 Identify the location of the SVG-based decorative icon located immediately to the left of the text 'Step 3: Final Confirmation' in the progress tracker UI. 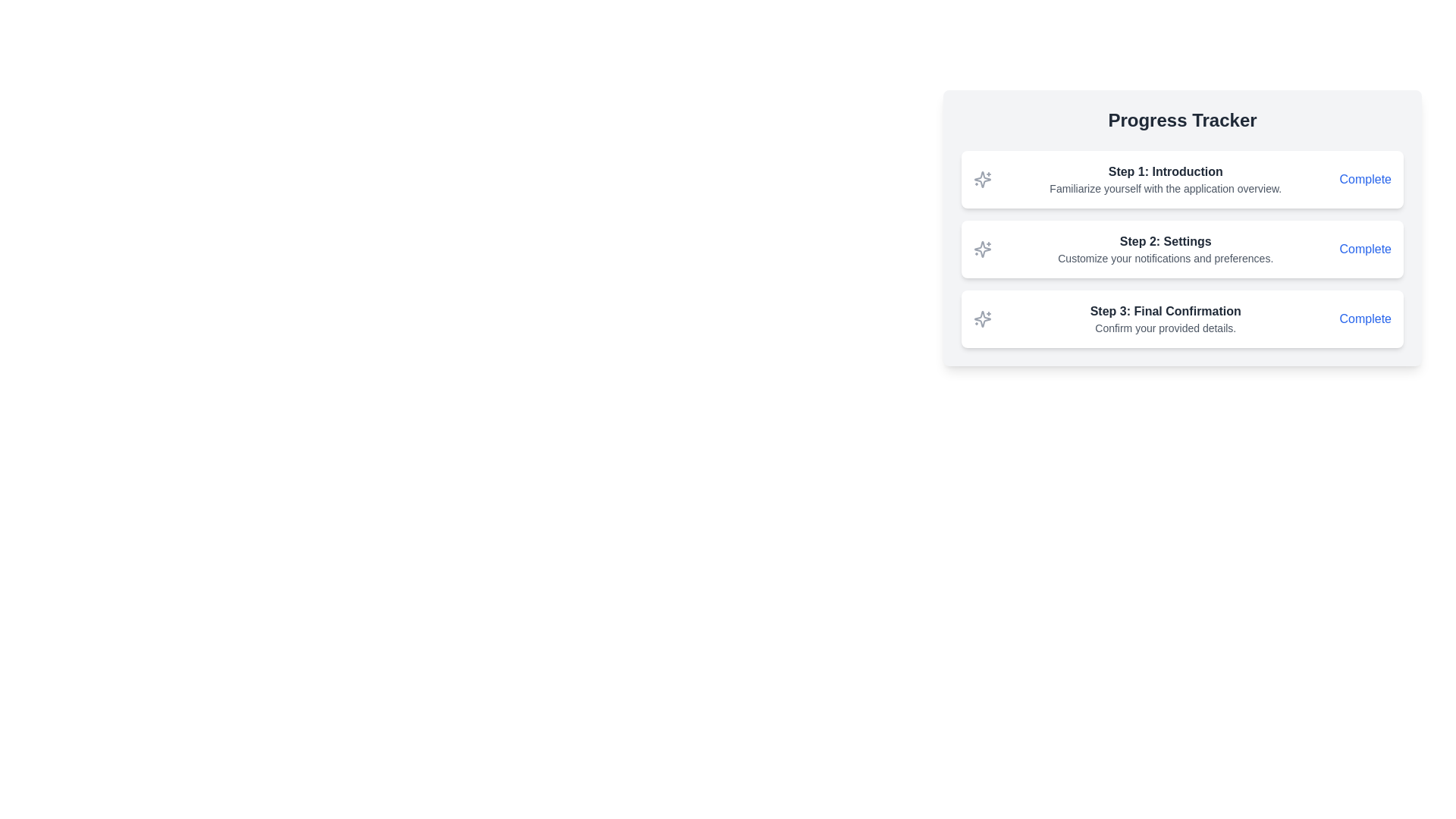
(983, 318).